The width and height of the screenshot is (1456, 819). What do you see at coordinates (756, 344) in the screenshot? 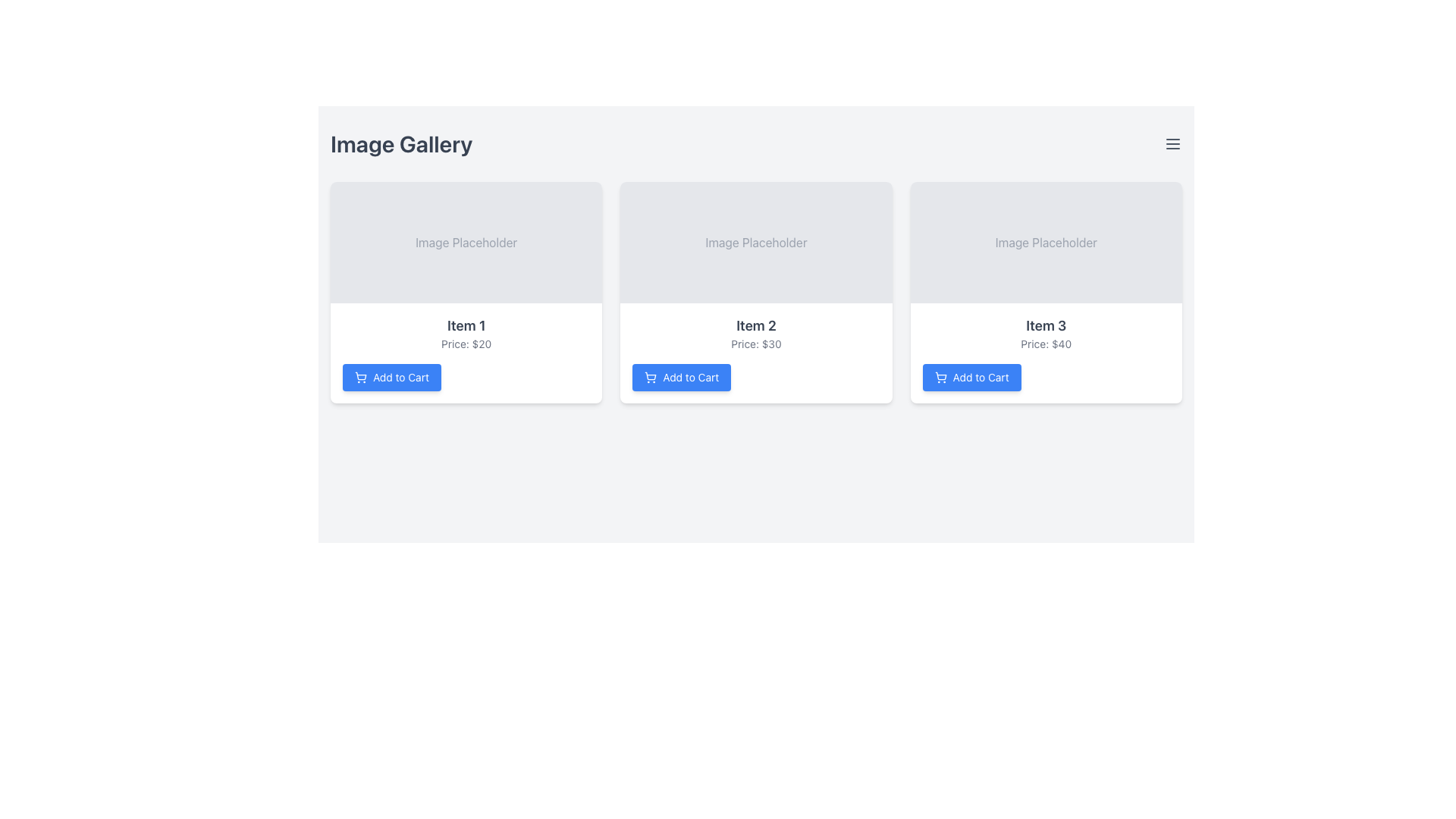
I see `the Text Label displaying the price information for 'Item 2', which is located below the title and above the 'Add to Cart' button` at bounding box center [756, 344].